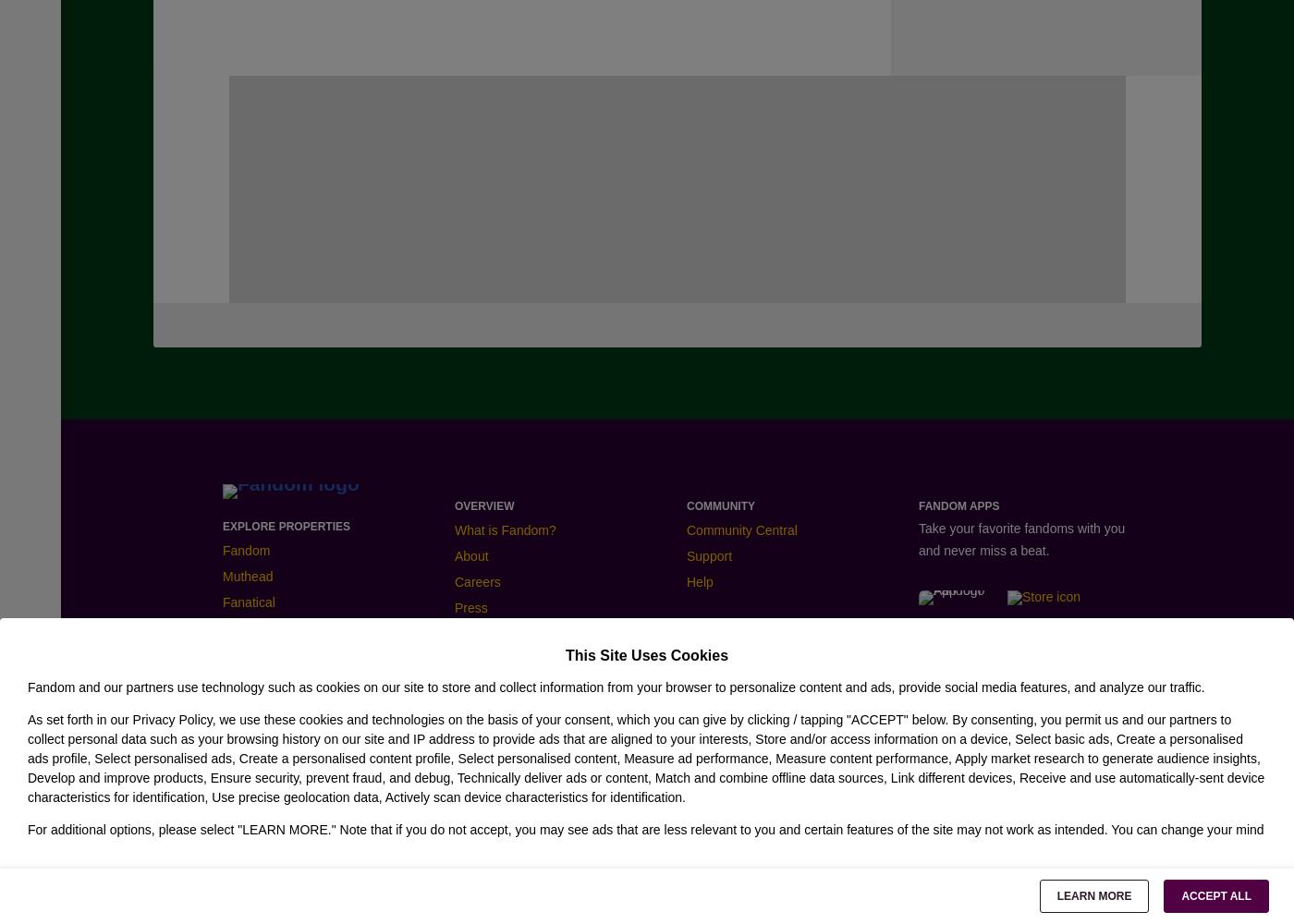 The height and width of the screenshot is (924, 1294). What do you see at coordinates (1021, 538) in the screenshot?
I see `'Take your favorite fandoms with you and never miss a beat.'` at bounding box center [1021, 538].